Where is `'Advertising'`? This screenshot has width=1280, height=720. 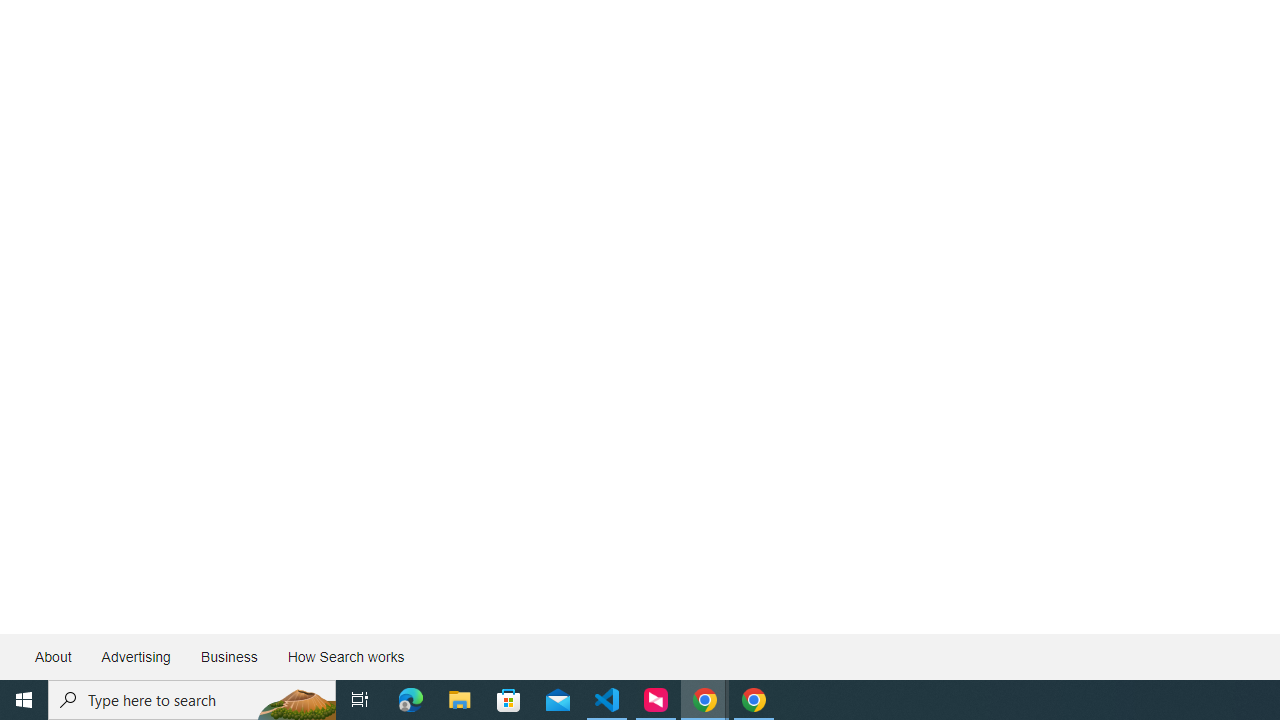 'Advertising' is located at coordinates (134, 657).